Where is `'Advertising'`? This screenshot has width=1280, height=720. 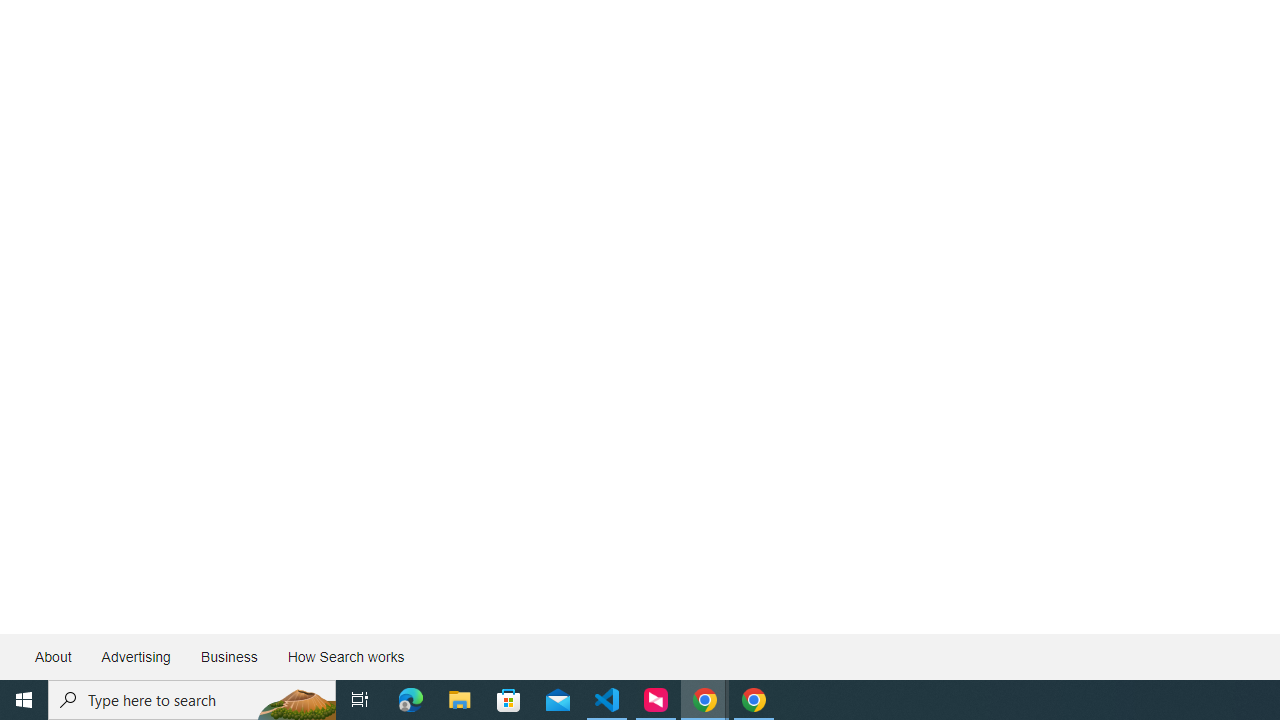 'Advertising' is located at coordinates (134, 657).